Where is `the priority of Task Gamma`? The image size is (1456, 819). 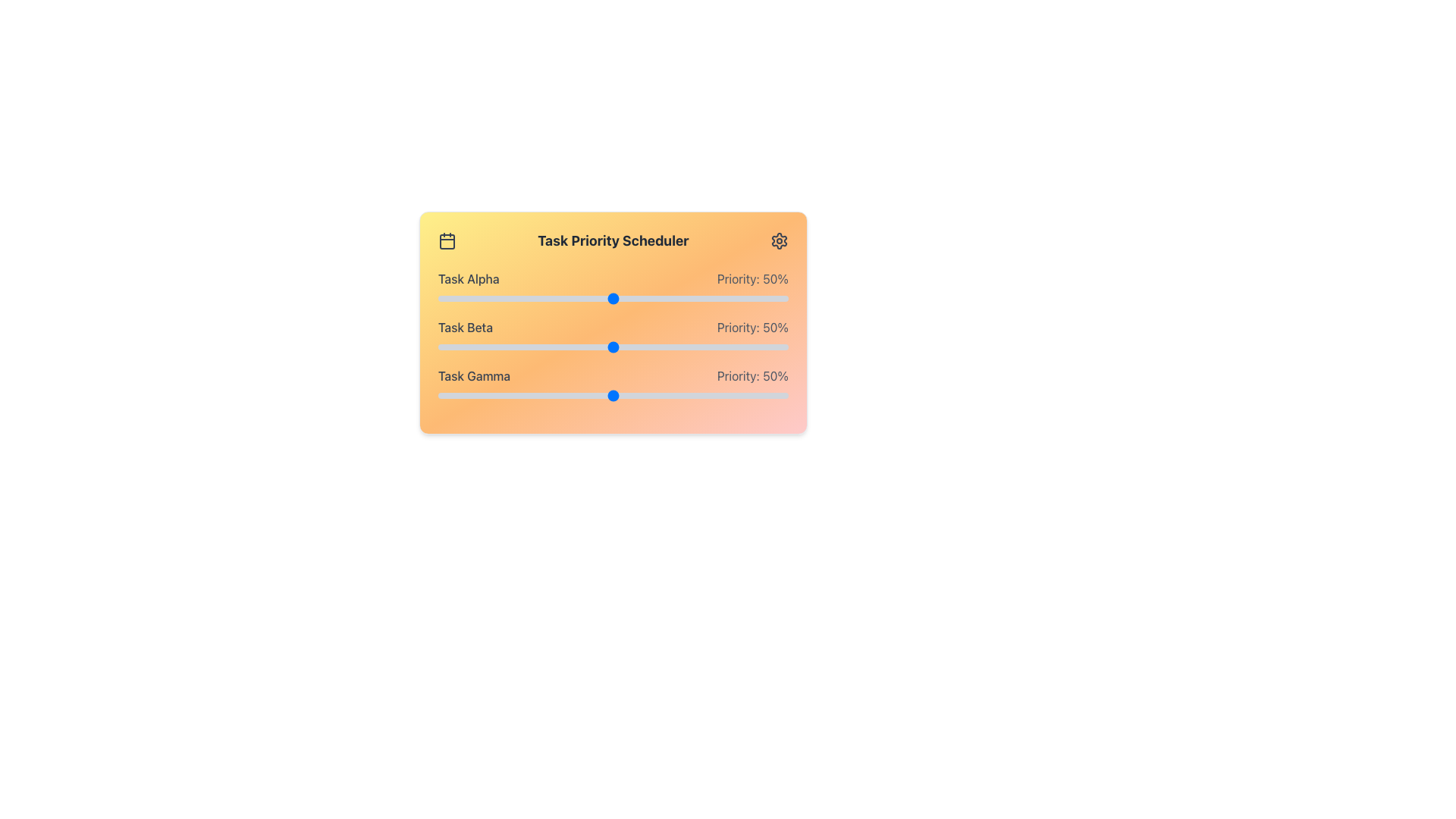
the priority of Task Gamma is located at coordinates (566, 394).